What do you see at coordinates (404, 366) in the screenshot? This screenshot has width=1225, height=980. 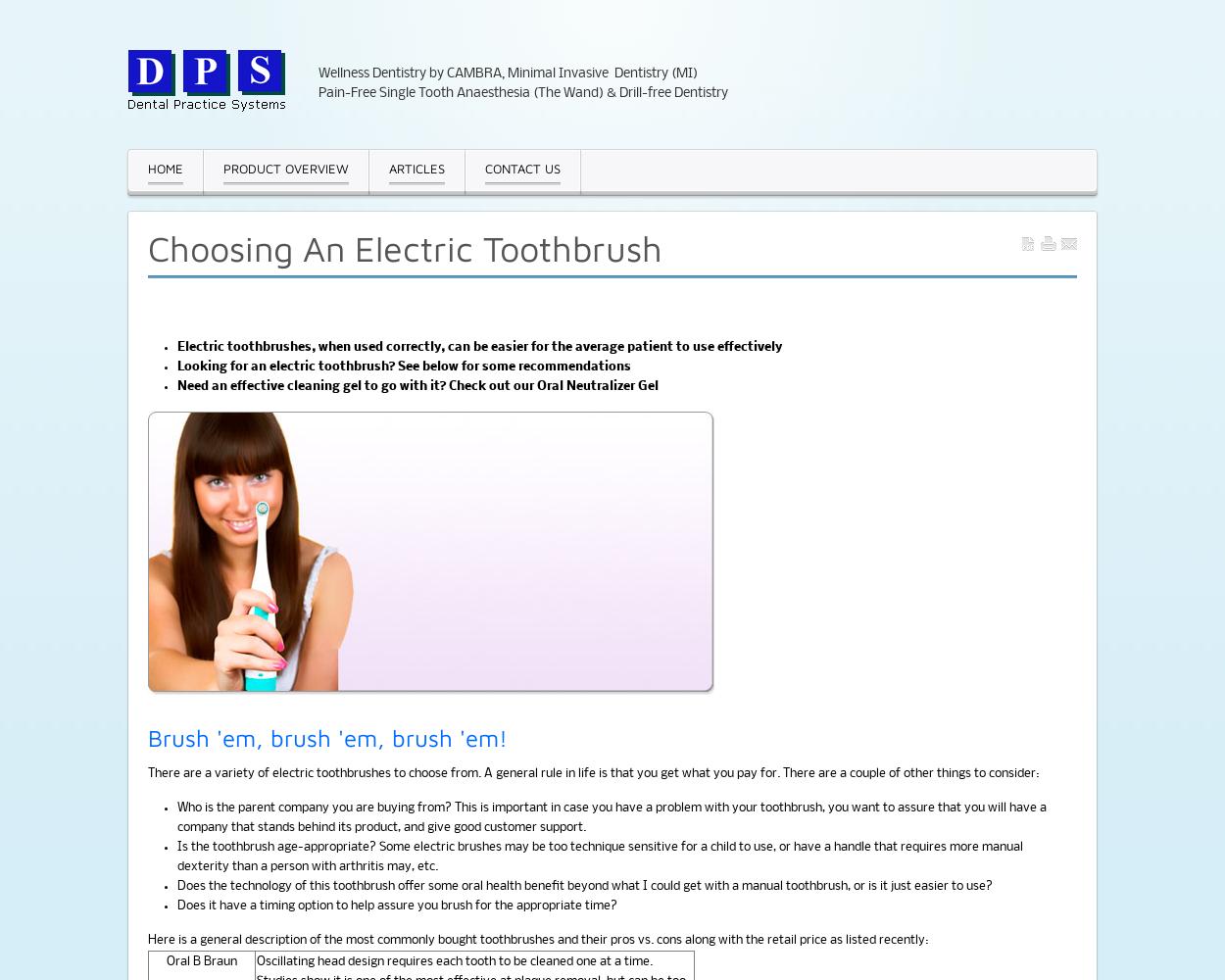 I see `'Looking for an electric toothbrush? See below for some recommendations'` at bounding box center [404, 366].